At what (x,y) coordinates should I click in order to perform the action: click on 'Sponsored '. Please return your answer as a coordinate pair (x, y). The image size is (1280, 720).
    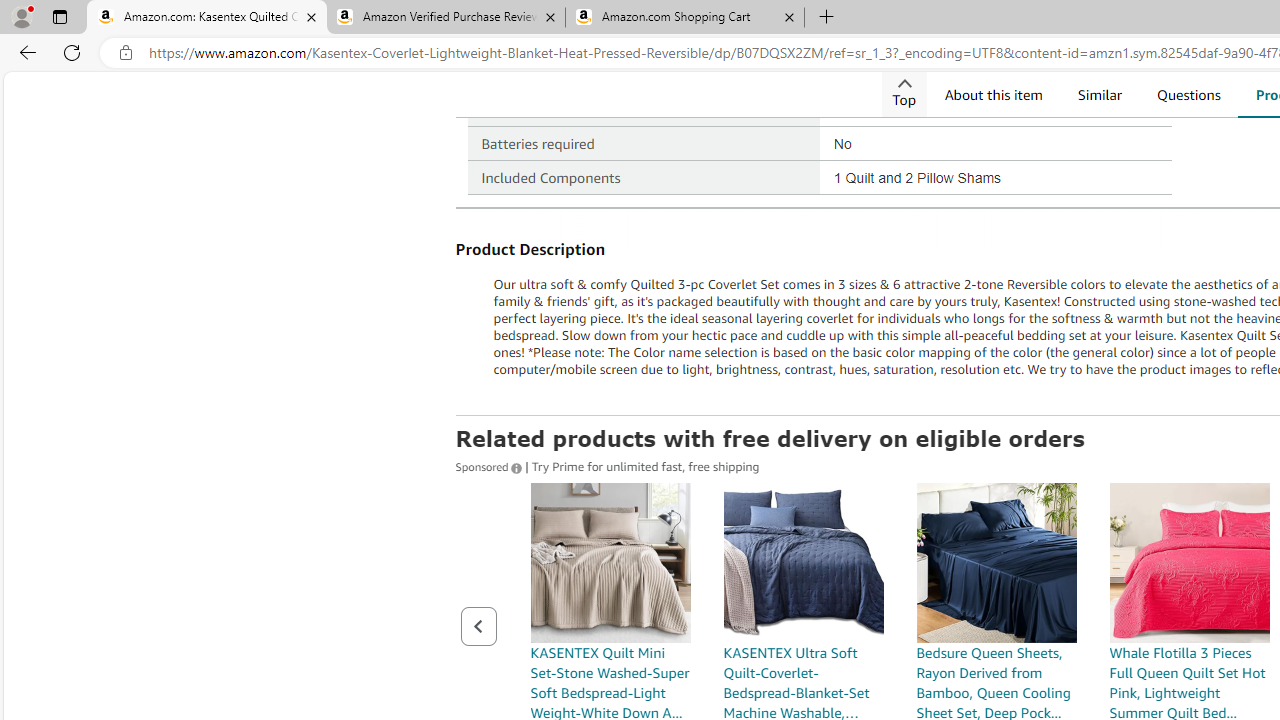
    Looking at the image, I should click on (490, 465).